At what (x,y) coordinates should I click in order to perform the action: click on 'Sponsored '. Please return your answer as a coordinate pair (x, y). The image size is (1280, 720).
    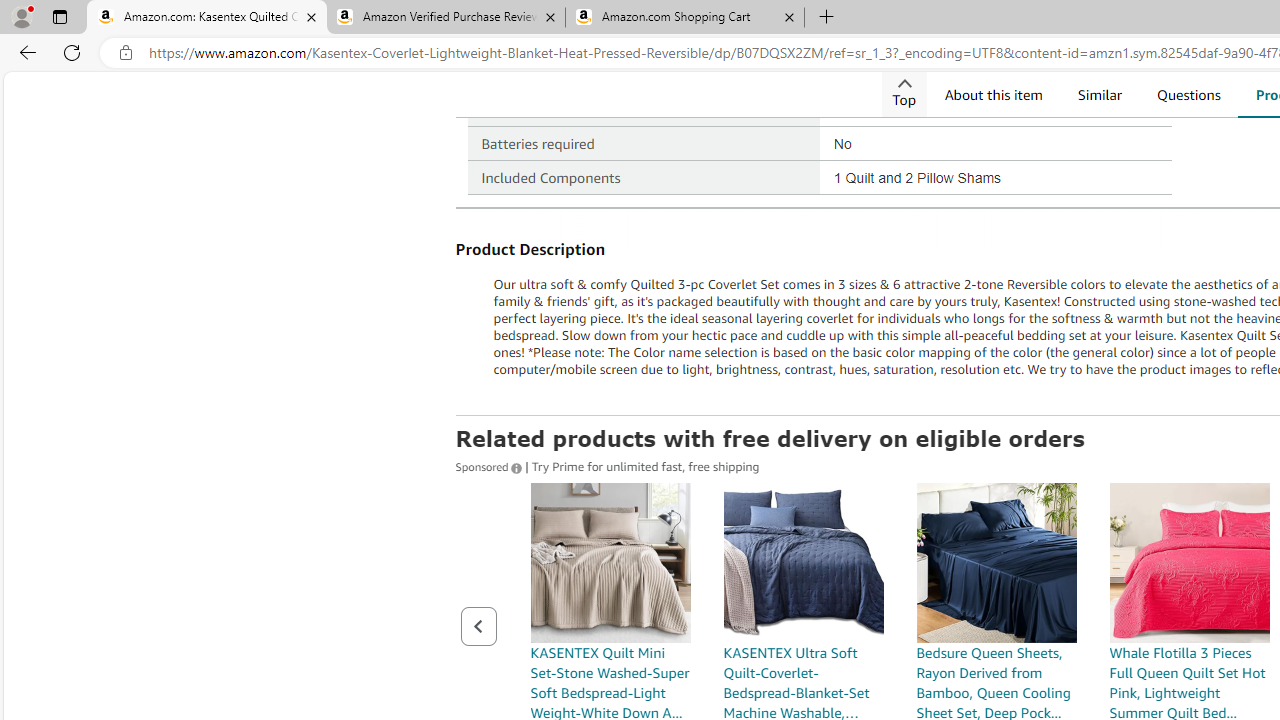
    Looking at the image, I should click on (490, 465).